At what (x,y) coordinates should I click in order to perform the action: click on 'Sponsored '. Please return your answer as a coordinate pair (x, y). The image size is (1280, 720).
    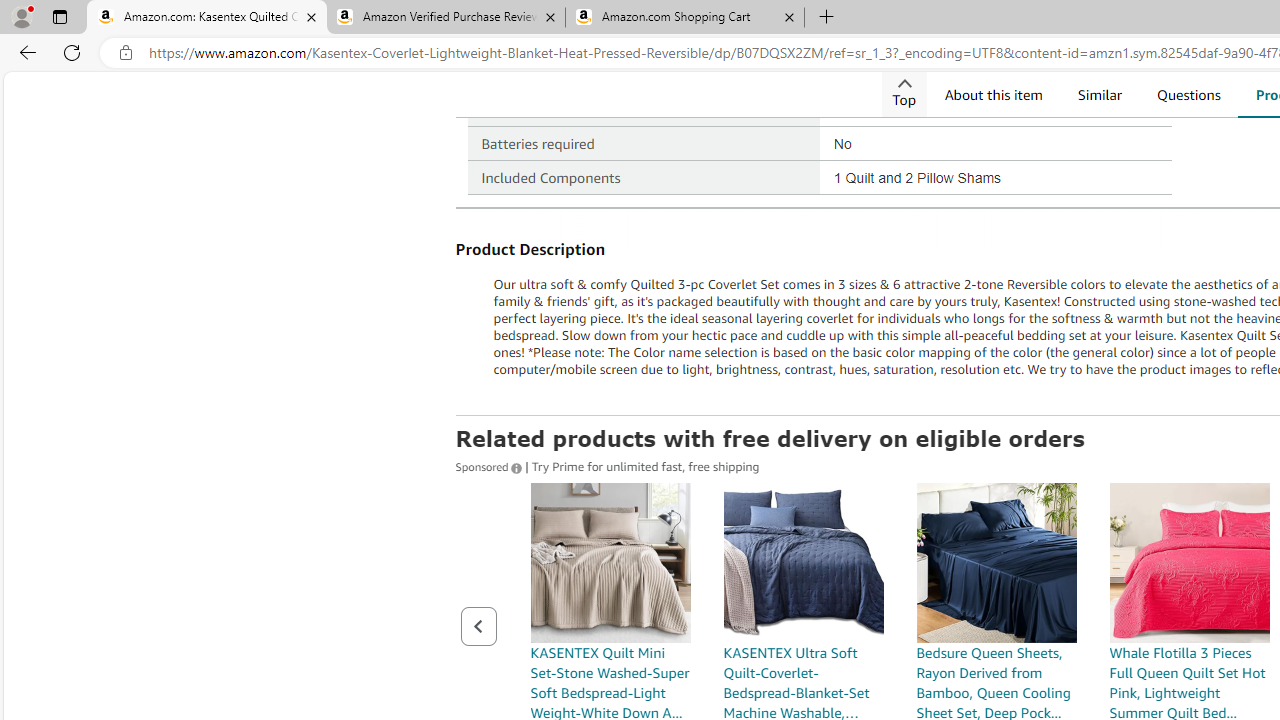
    Looking at the image, I should click on (490, 465).